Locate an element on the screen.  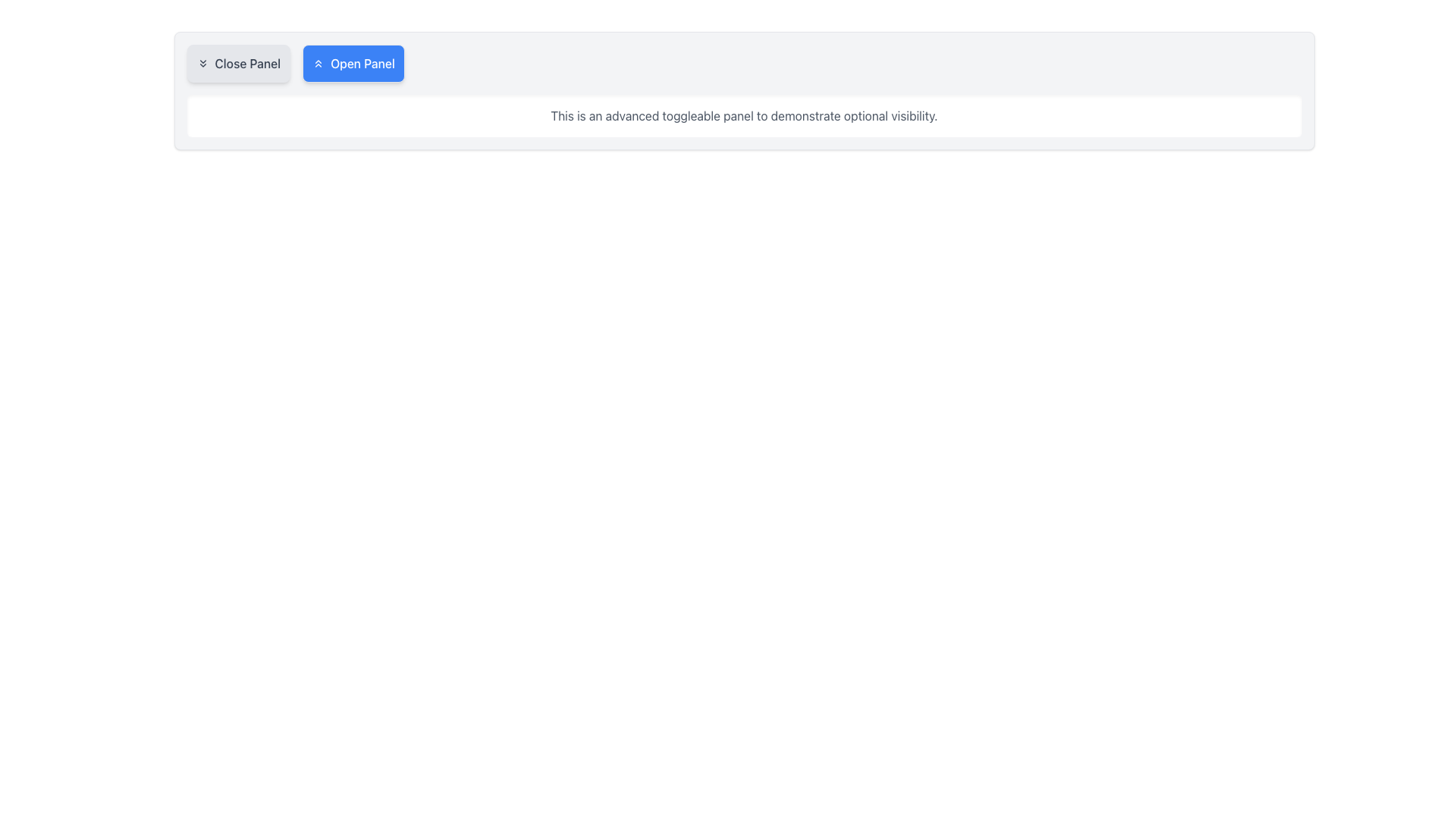
the chevrons icon located on the left side of the 'Close Panel' button, which visually emphasizes the 'Close Panel' action is located at coordinates (202, 63).